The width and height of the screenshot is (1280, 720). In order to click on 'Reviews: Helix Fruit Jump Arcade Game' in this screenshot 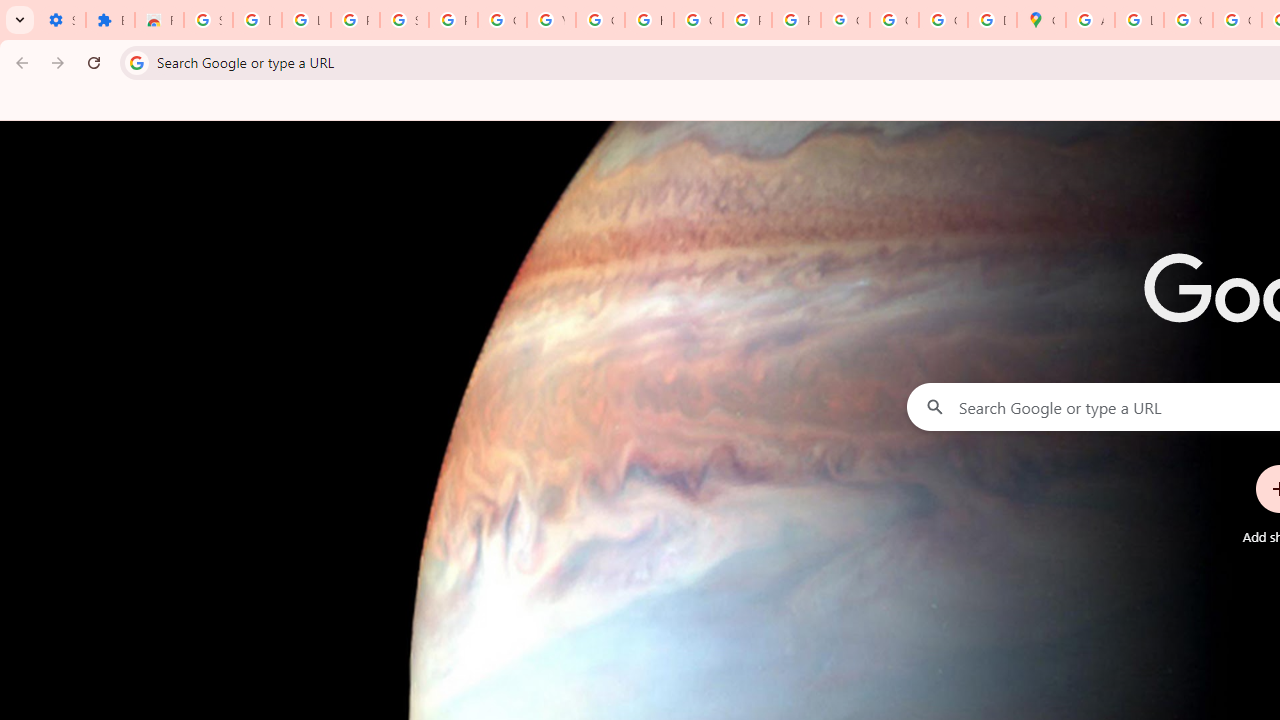, I will do `click(158, 20)`.